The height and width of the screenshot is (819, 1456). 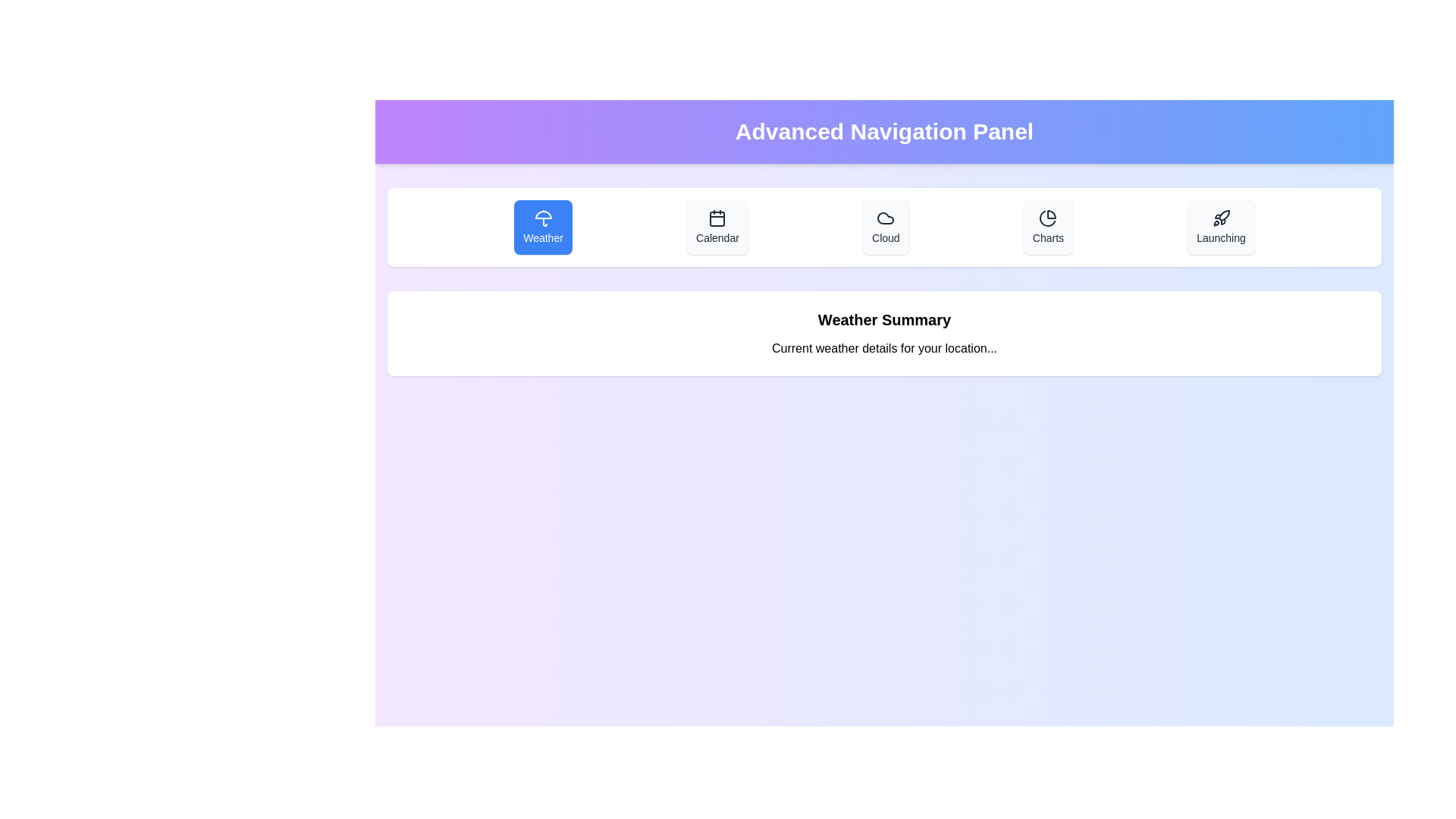 I want to click on the header text element that serves as a title for the weather details section, so click(x=884, y=318).